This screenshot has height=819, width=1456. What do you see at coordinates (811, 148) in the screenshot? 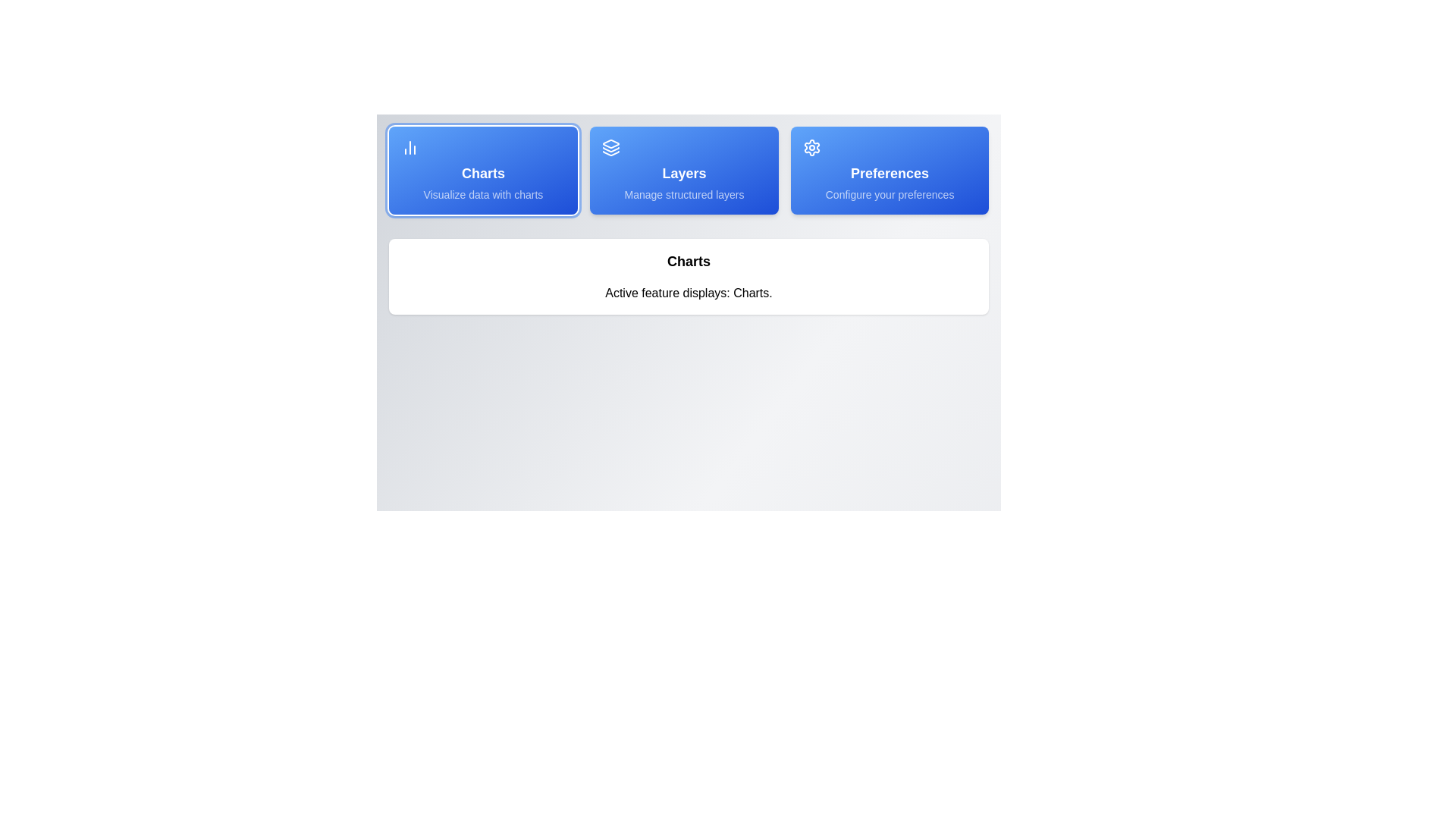
I see `the settings icon located at the top-right corner of the menu, which includes 'Charts', 'Layers', and 'Preferences'` at bounding box center [811, 148].